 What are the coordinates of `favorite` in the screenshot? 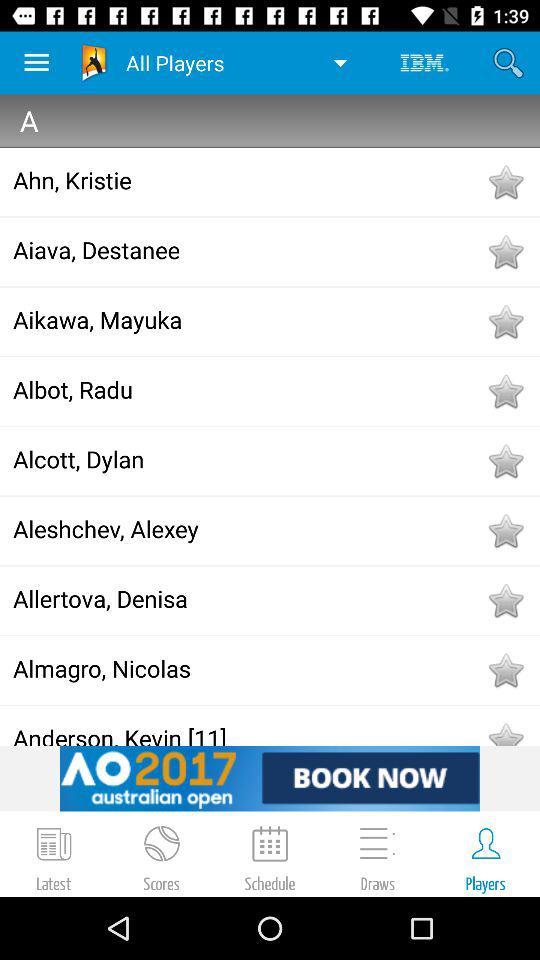 It's located at (504, 461).